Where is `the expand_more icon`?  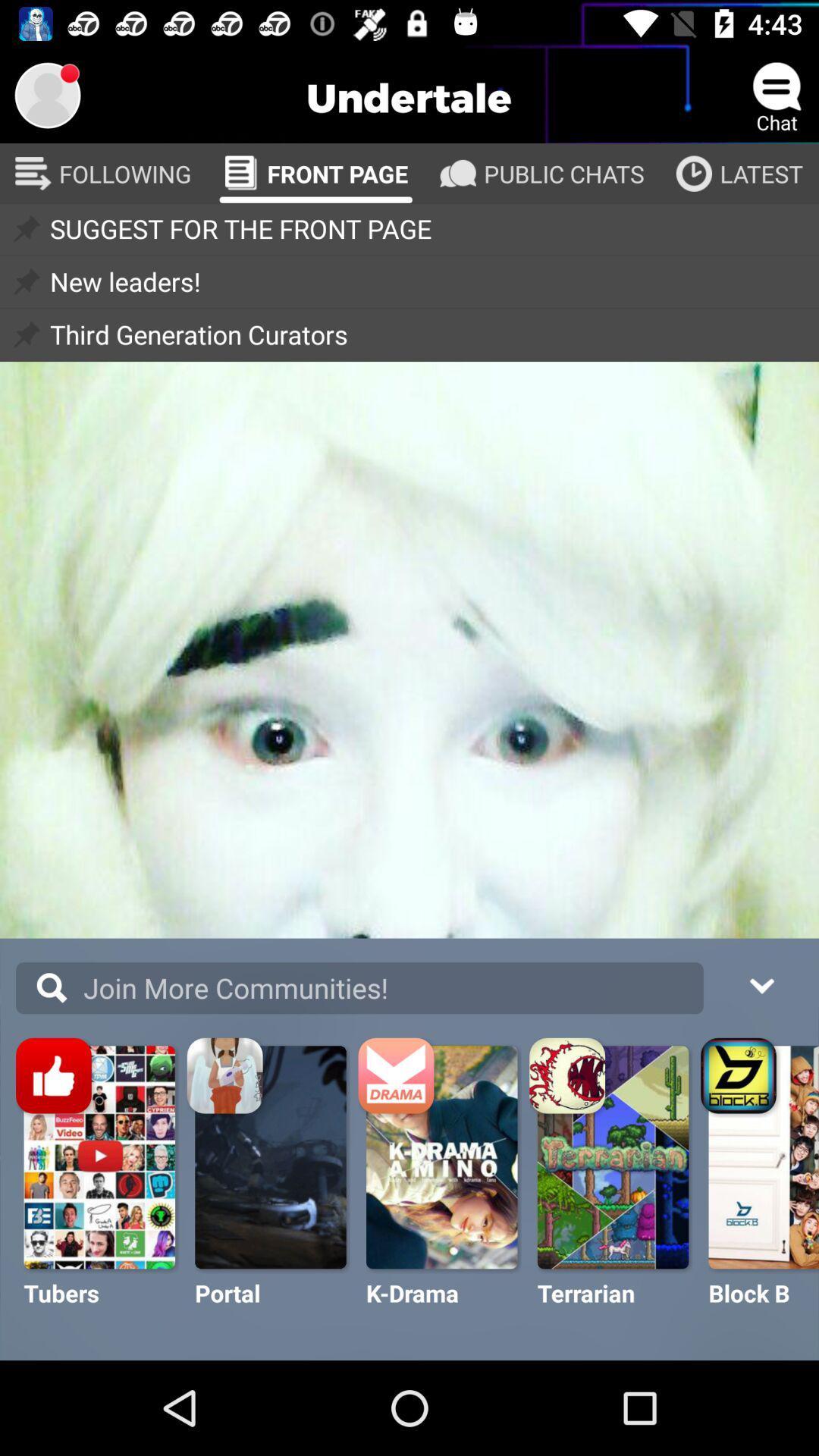 the expand_more icon is located at coordinates (761, 984).